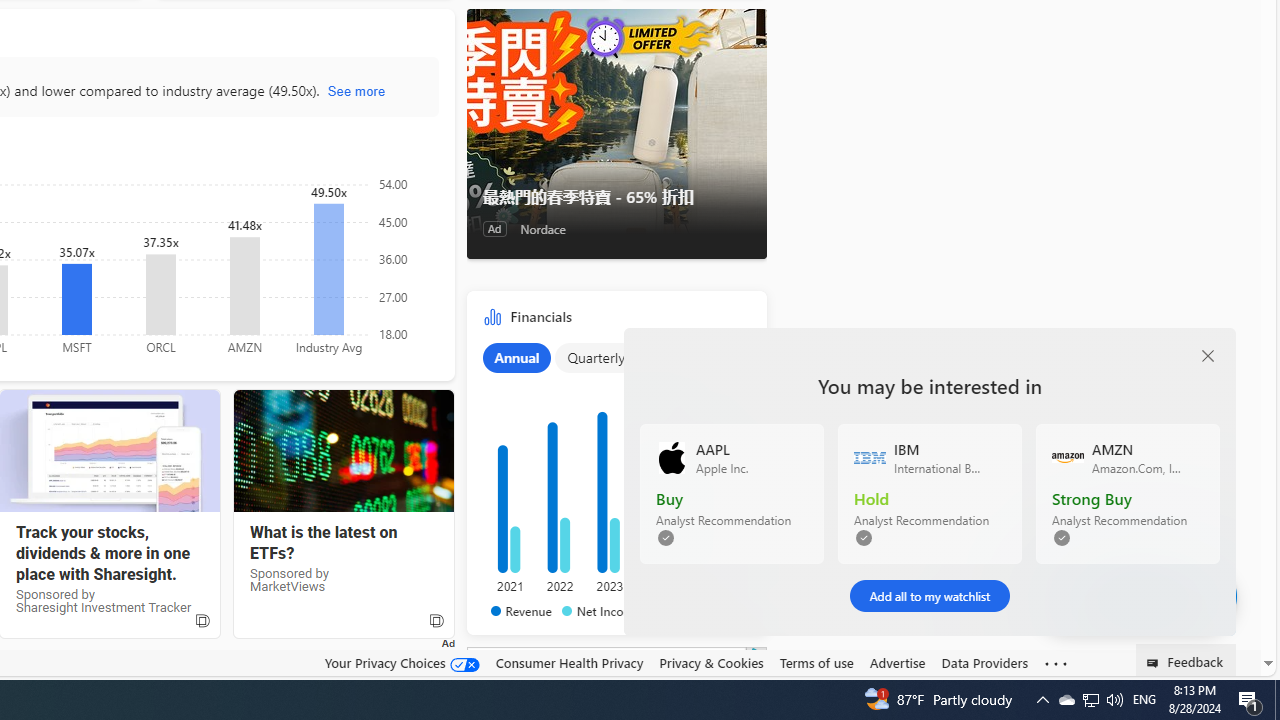 The width and height of the screenshot is (1280, 720). Describe the element at coordinates (1055, 663) in the screenshot. I see `'Class: oneFooter_seeMore-DS-EntryPoint1-1'` at that location.